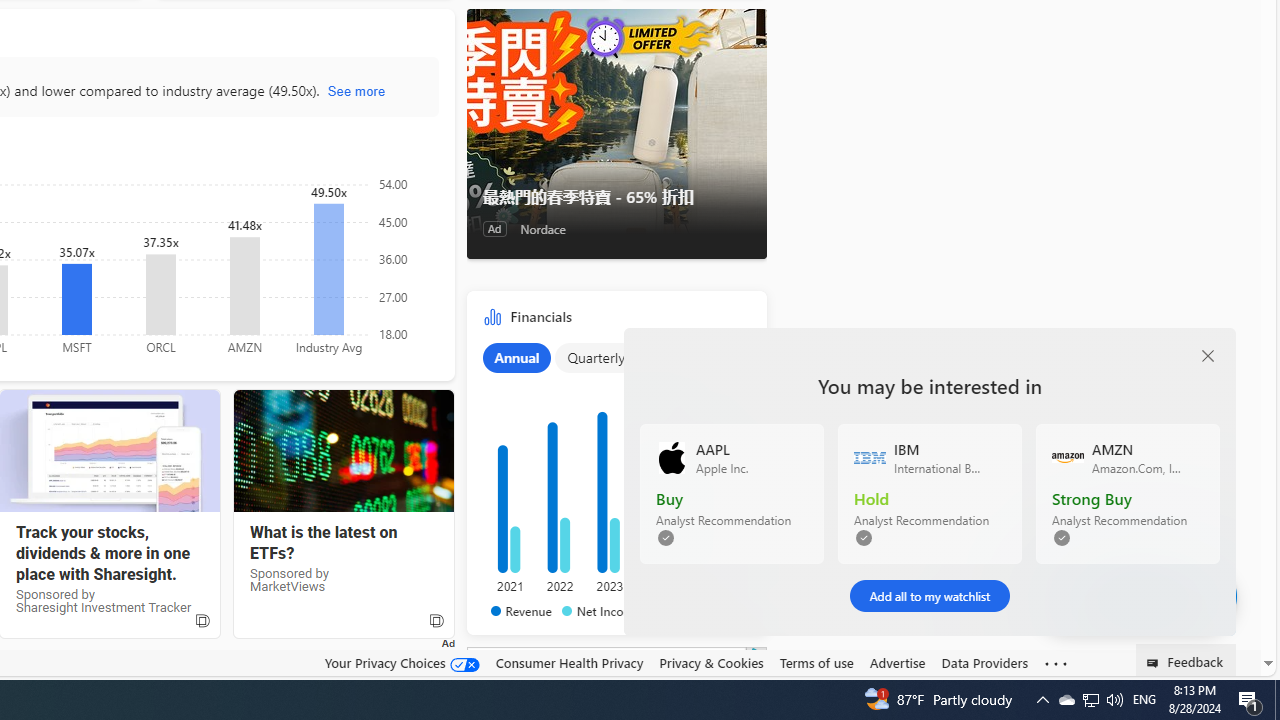 The width and height of the screenshot is (1280, 720). Describe the element at coordinates (1055, 663) in the screenshot. I see `'Class: oneFooter_seeMore-DS-EntryPoint1-1'` at that location.